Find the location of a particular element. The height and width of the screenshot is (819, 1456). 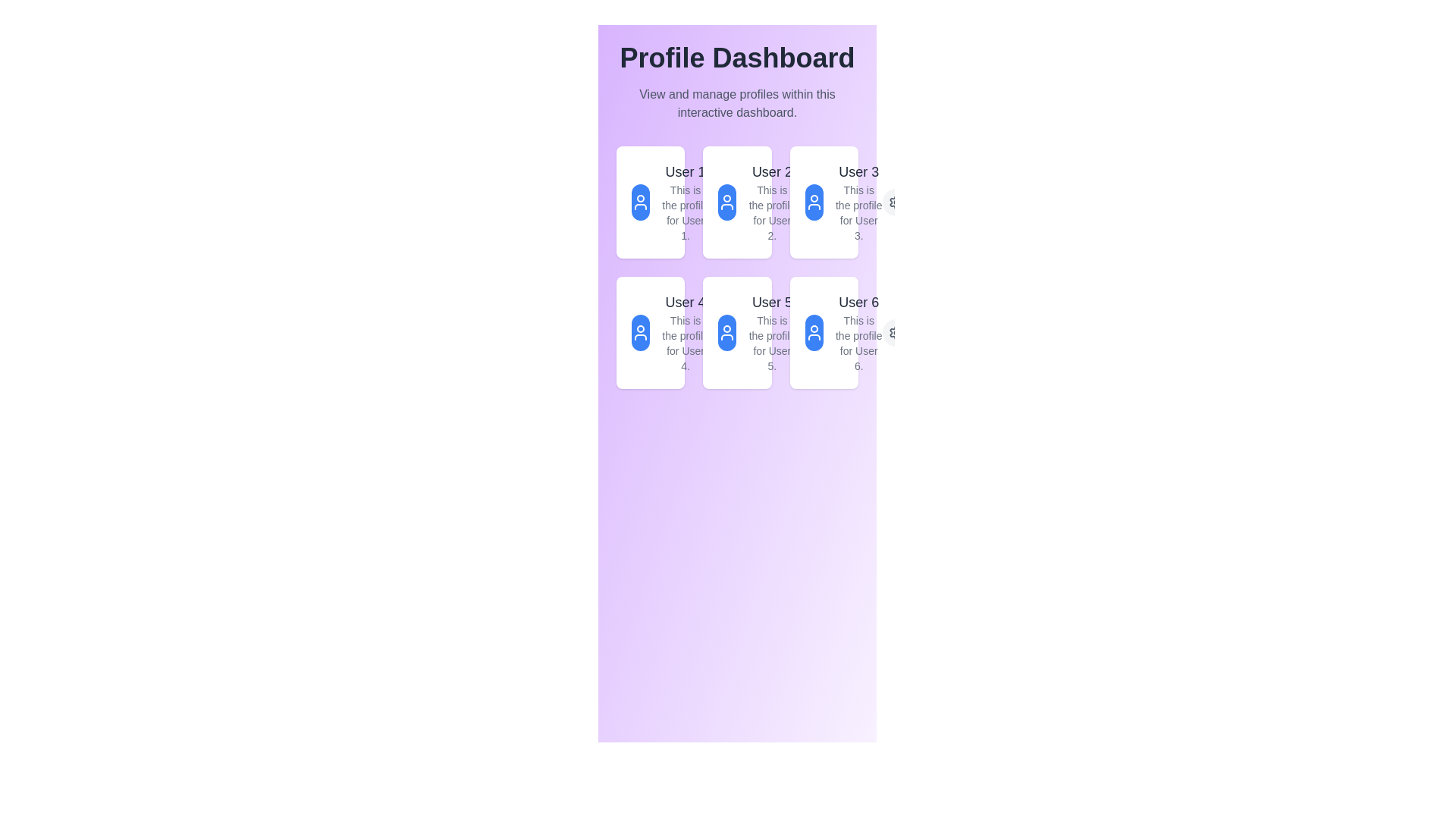

the user profile card for 'User 6' which features a blue circular figure with a user icon and two lines of text, located in the bottom-right corner of the 'Profile Dashboard' grid is located at coordinates (823, 332).